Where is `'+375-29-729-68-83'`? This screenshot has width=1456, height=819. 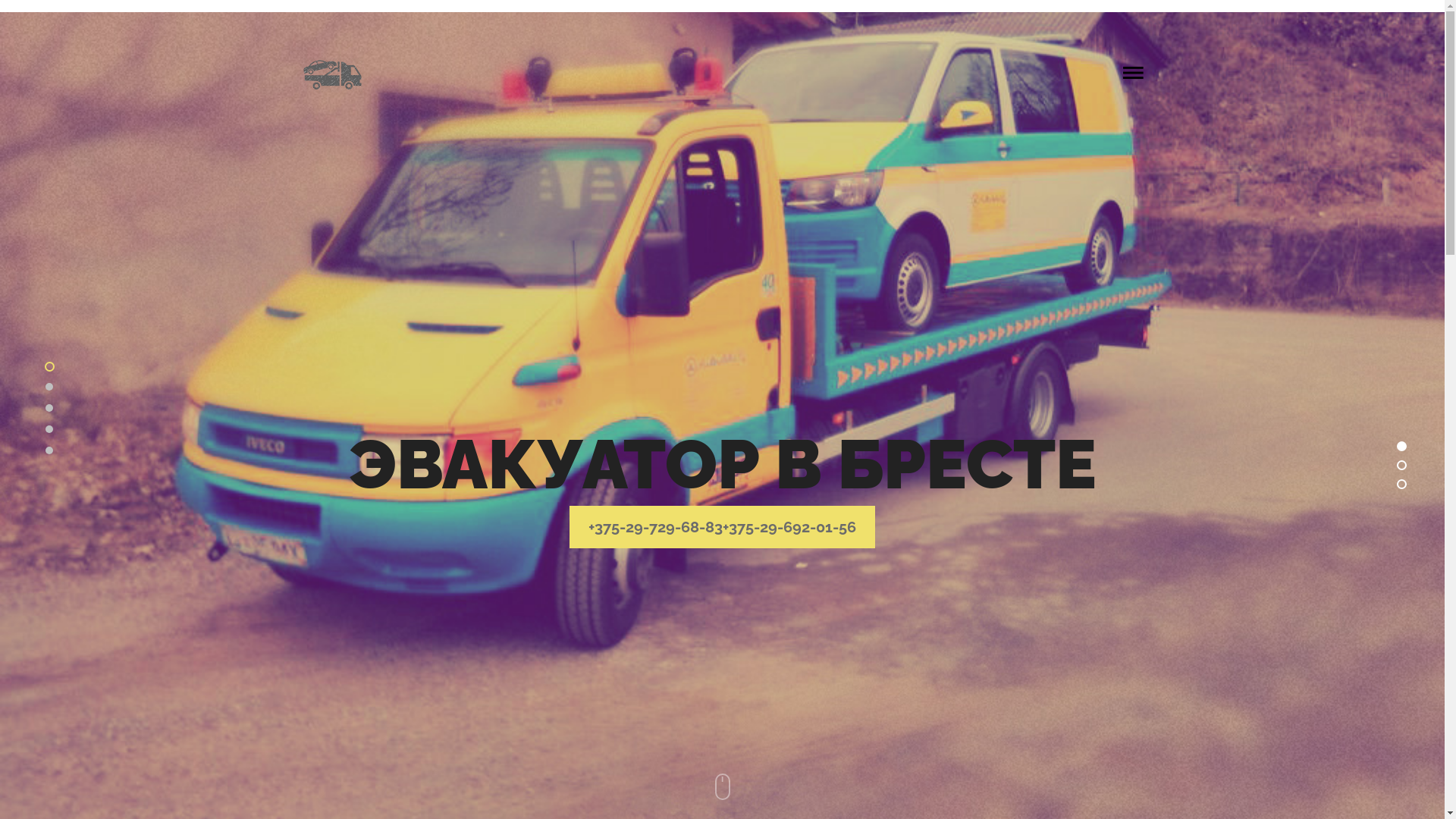 '+375-29-729-68-83' is located at coordinates (655, 526).